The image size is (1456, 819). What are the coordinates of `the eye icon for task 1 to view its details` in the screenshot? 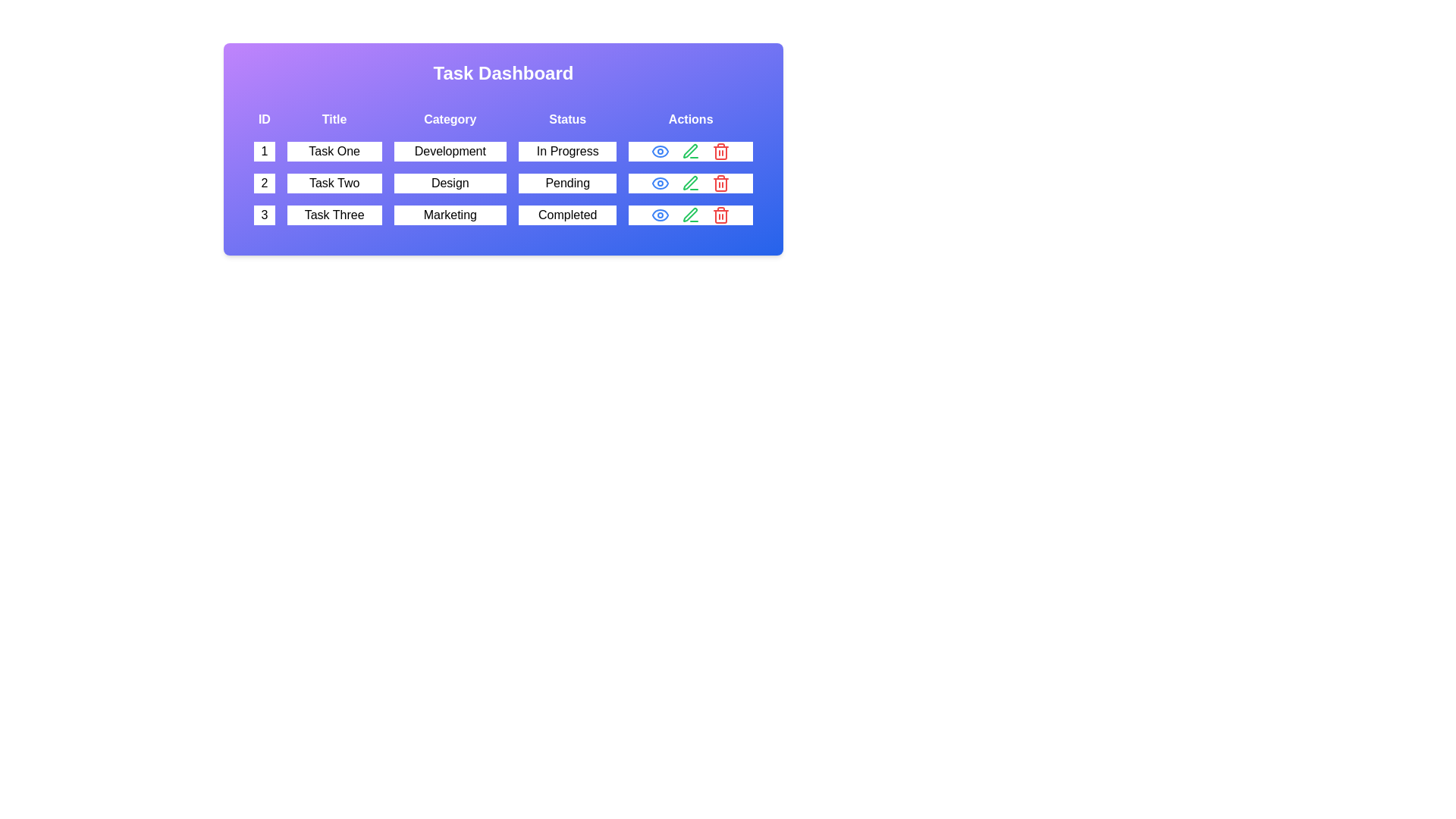 It's located at (661, 152).